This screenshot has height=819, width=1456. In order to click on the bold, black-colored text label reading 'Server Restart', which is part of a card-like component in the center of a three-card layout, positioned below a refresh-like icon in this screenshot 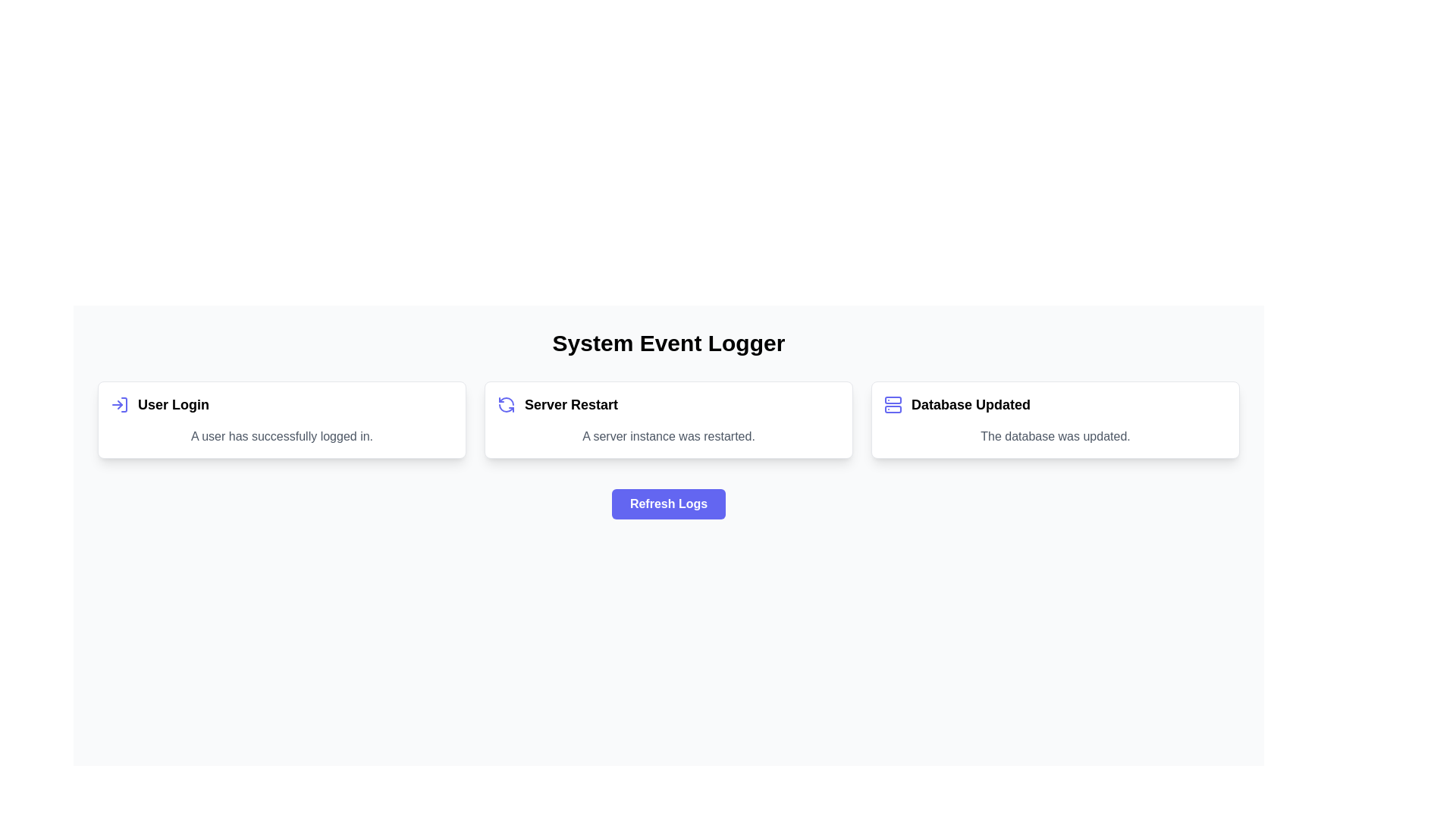, I will do `click(570, 403)`.